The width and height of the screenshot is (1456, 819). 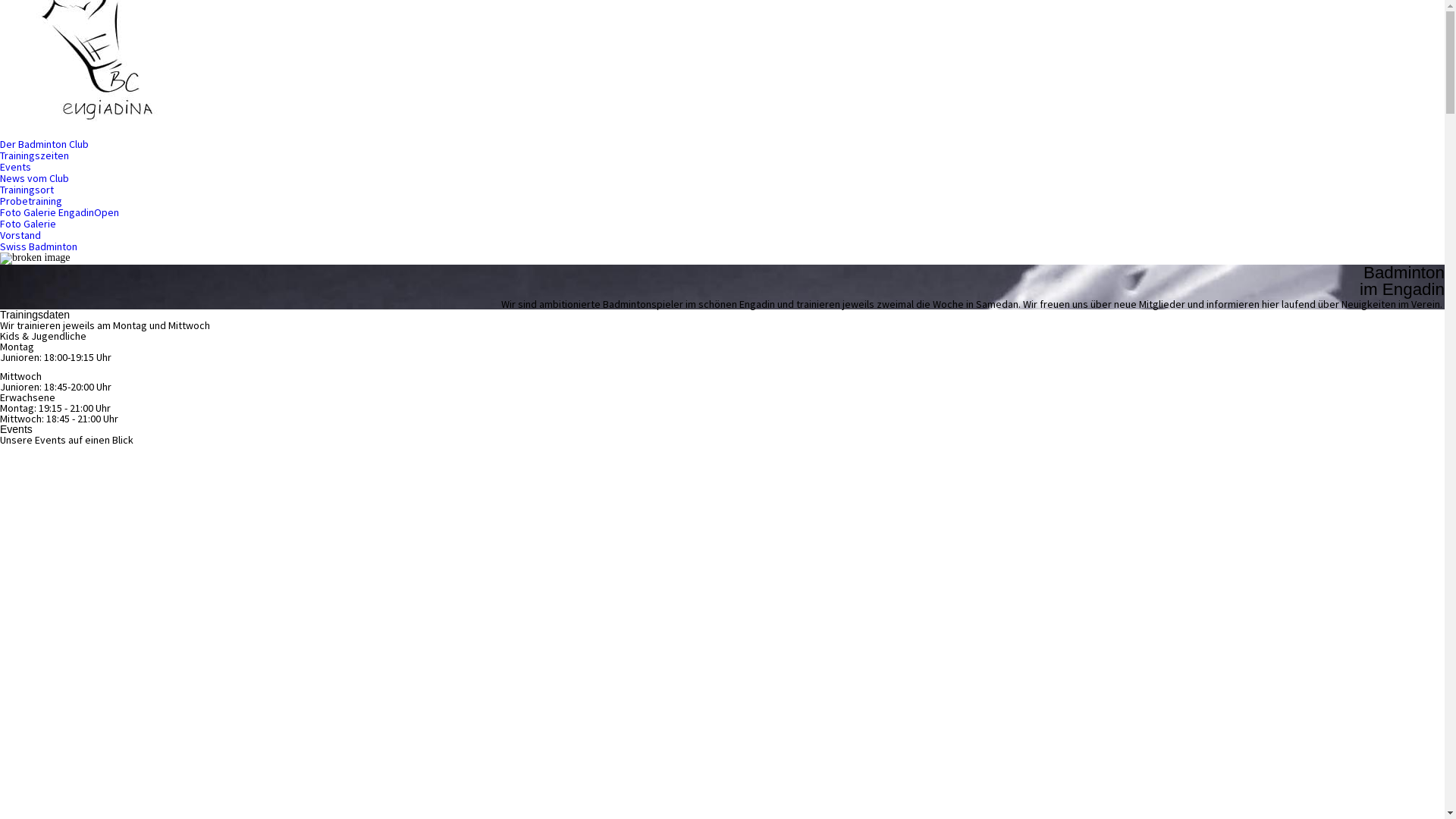 I want to click on 'Trainingszeiten', so click(x=34, y=155).